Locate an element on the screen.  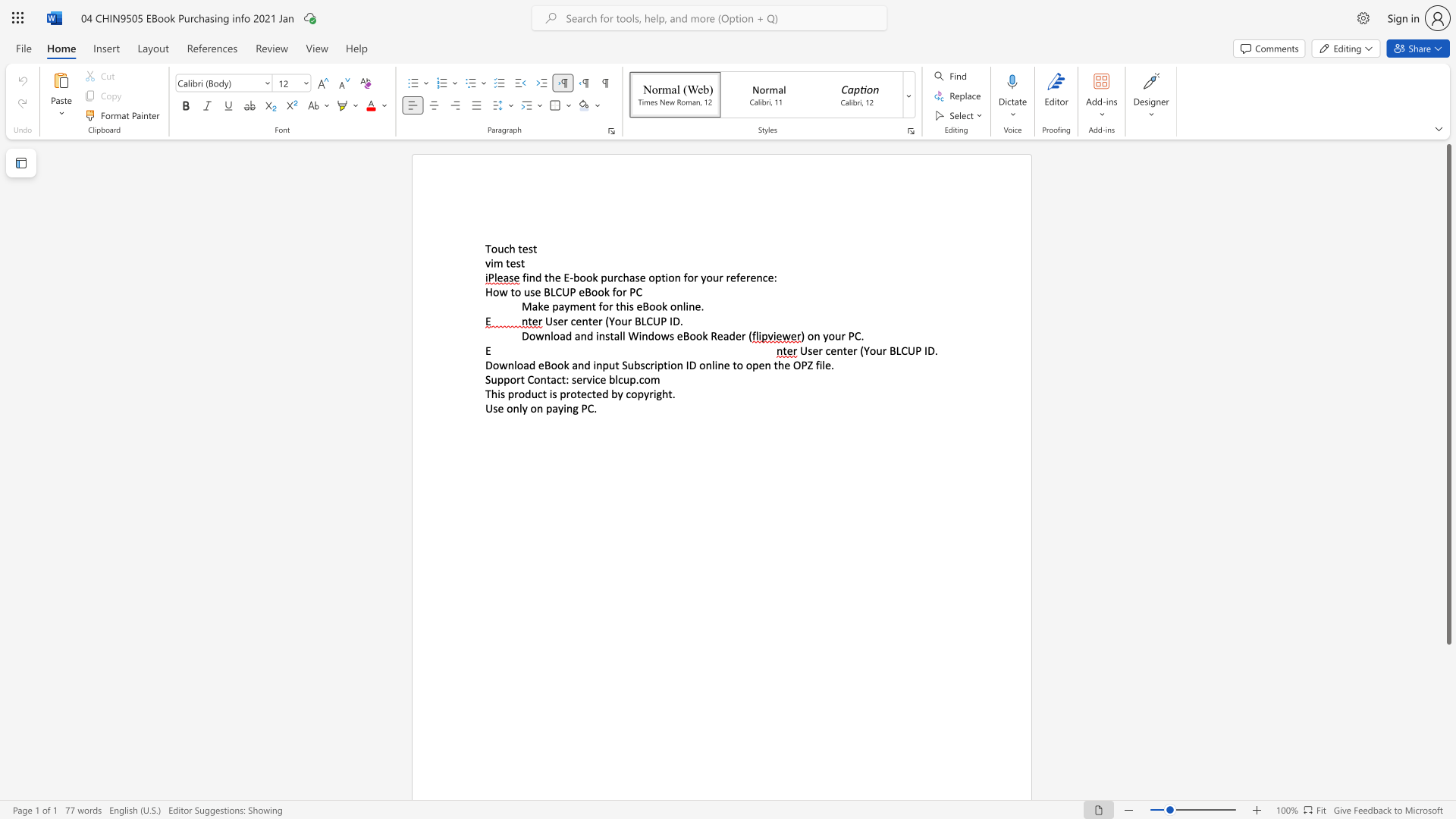
the subset text "nter (Y" within the text "User center (Your BLCUP ID." is located at coordinates (581, 320).